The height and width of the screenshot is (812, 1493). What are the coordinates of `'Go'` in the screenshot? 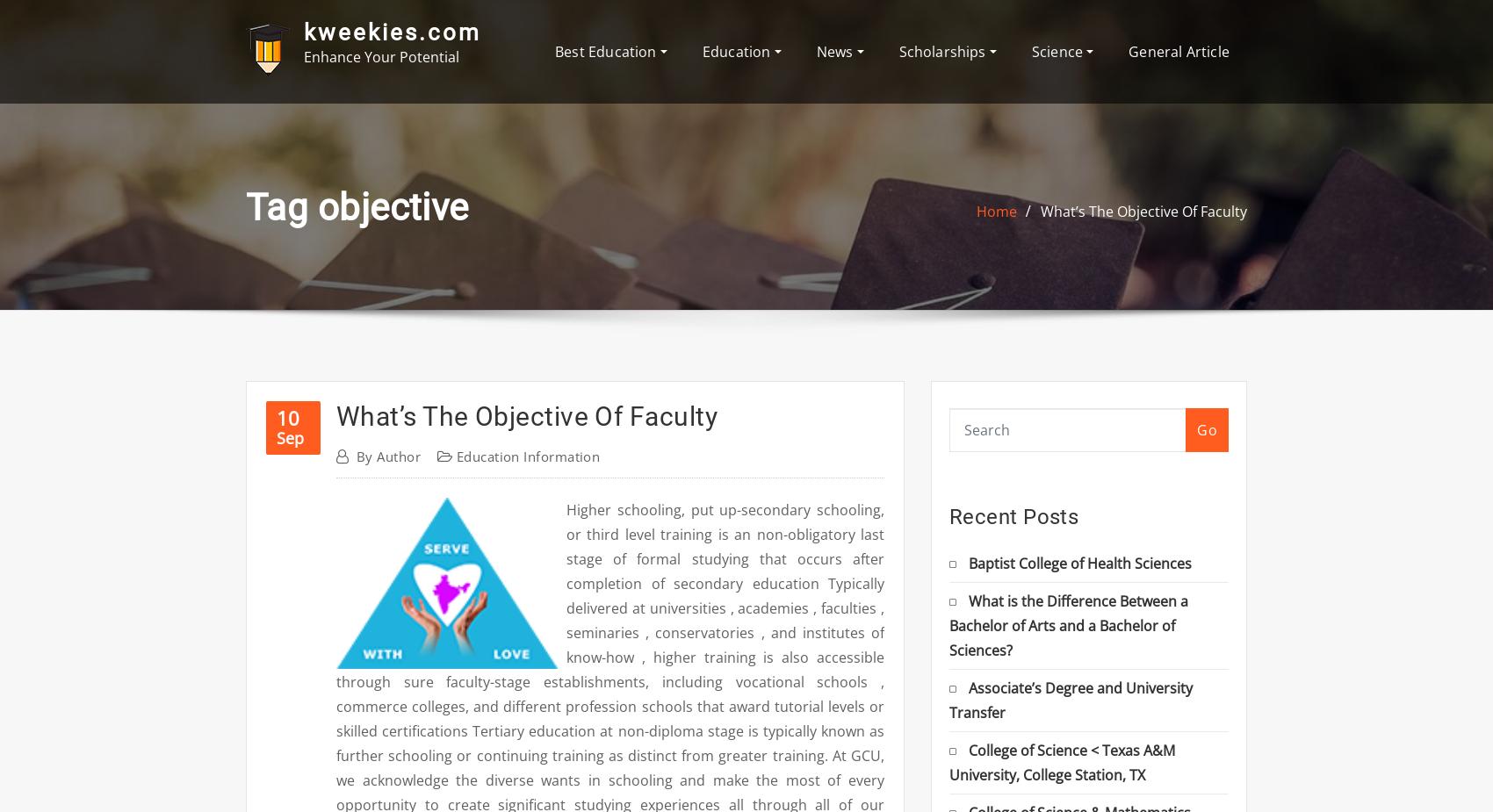 It's located at (1207, 429).